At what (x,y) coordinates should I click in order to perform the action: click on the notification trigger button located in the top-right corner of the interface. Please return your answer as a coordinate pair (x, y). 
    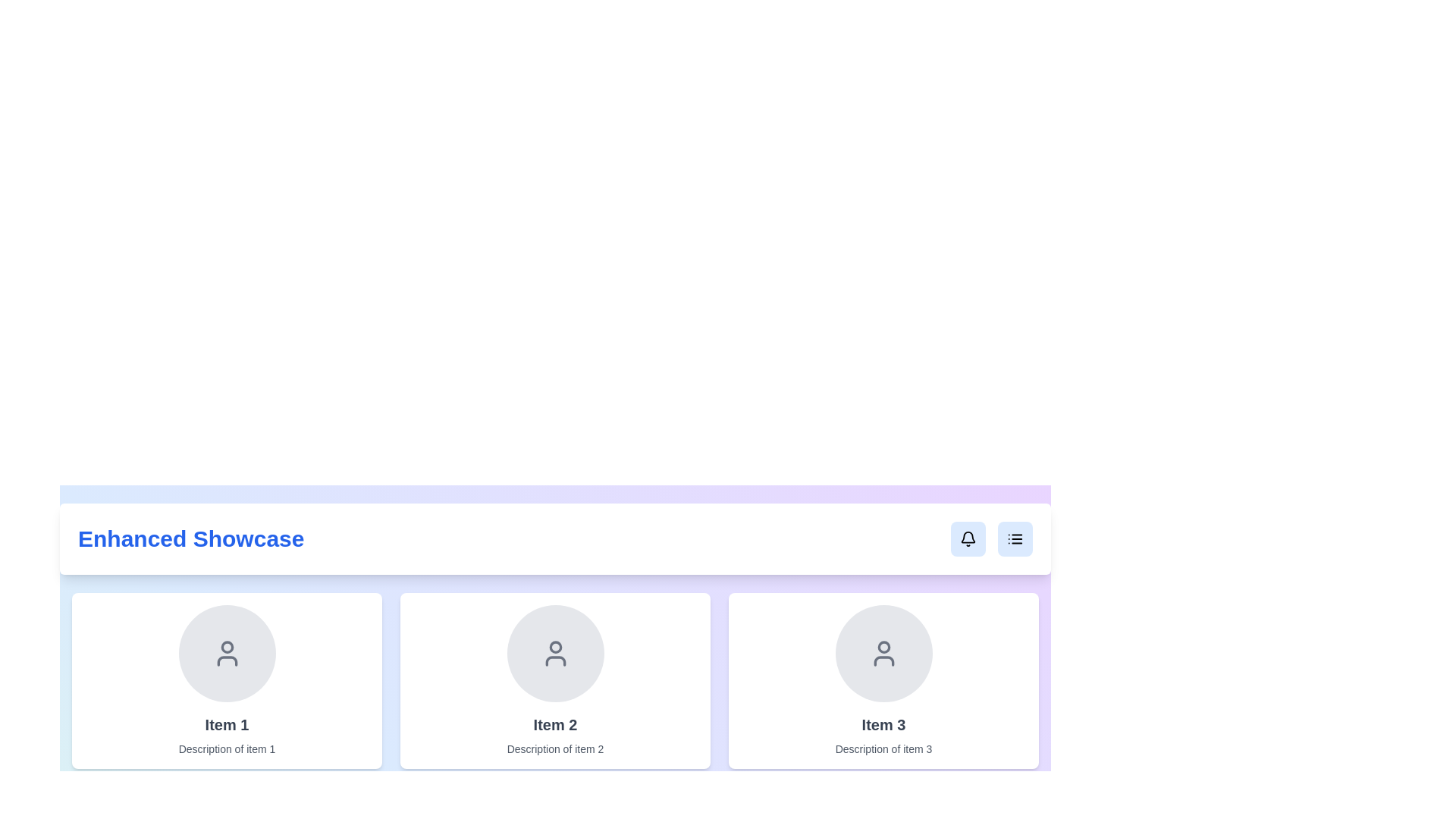
    Looking at the image, I should click on (967, 538).